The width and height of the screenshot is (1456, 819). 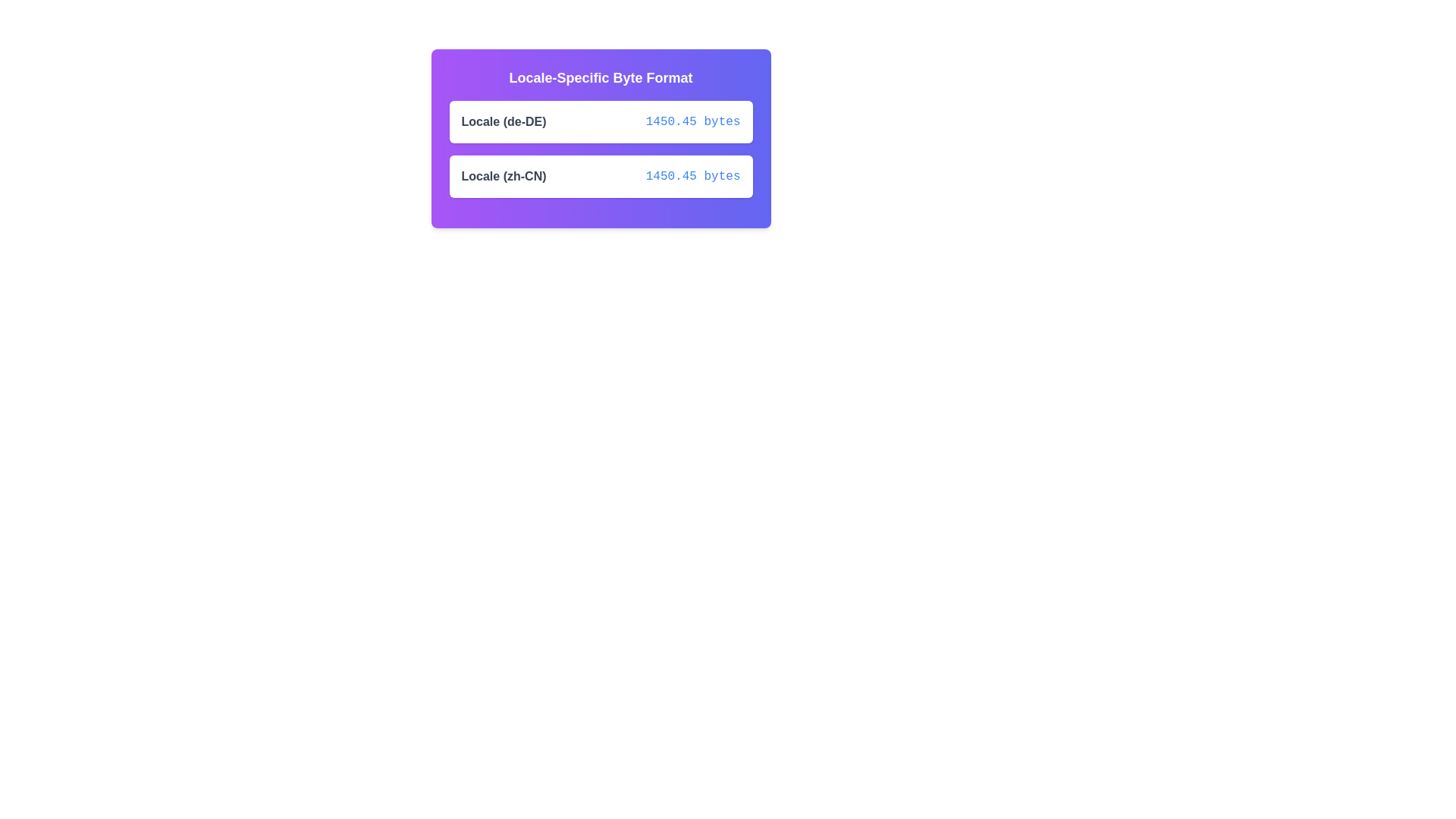 What do you see at coordinates (692, 121) in the screenshot?
I see `the static text element displaying '1450.45 bytes' in blue color, which is aligned to the right within the card labeled 'Locale-Specific Byte Format'` at bounding box center [692, 121].